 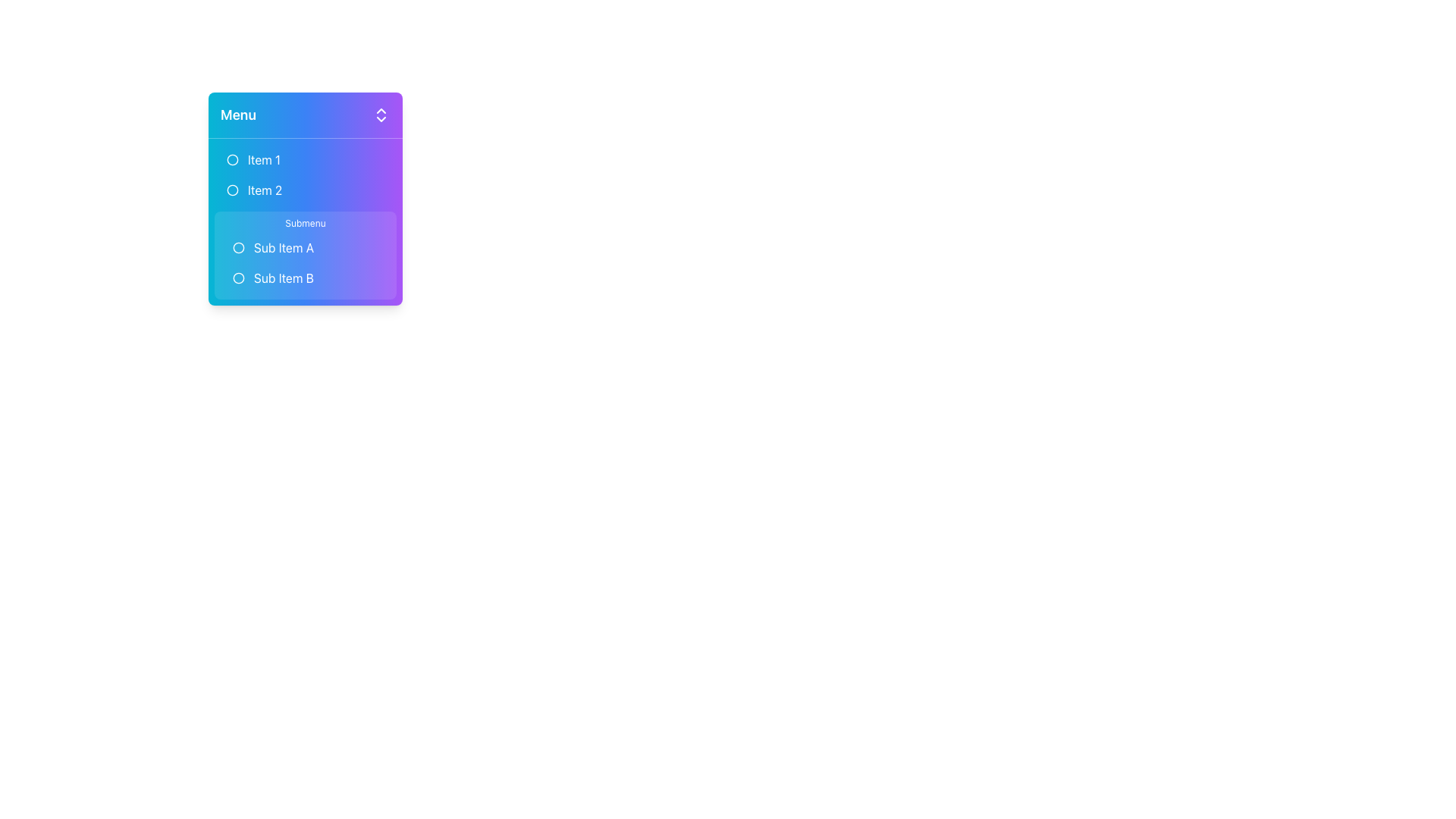 What do you see at coordinates (232, 160) in the screenshot?
I see `the first circular icon in the menu interface` at bounding box center [232, 160].